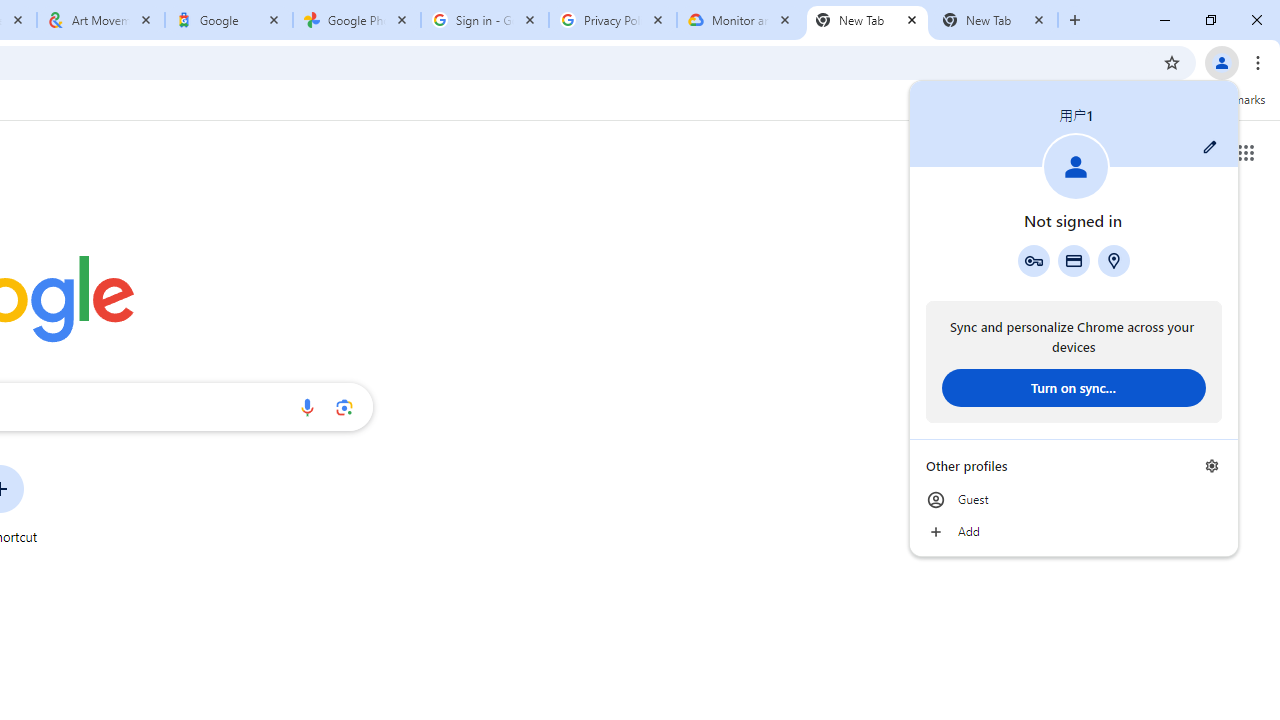 This screenshot has width=1280, height=720. What do you see at coordinates (306, 406) in the screenshot?
I see `'Search by voice'` at bounding box center [306, 406].